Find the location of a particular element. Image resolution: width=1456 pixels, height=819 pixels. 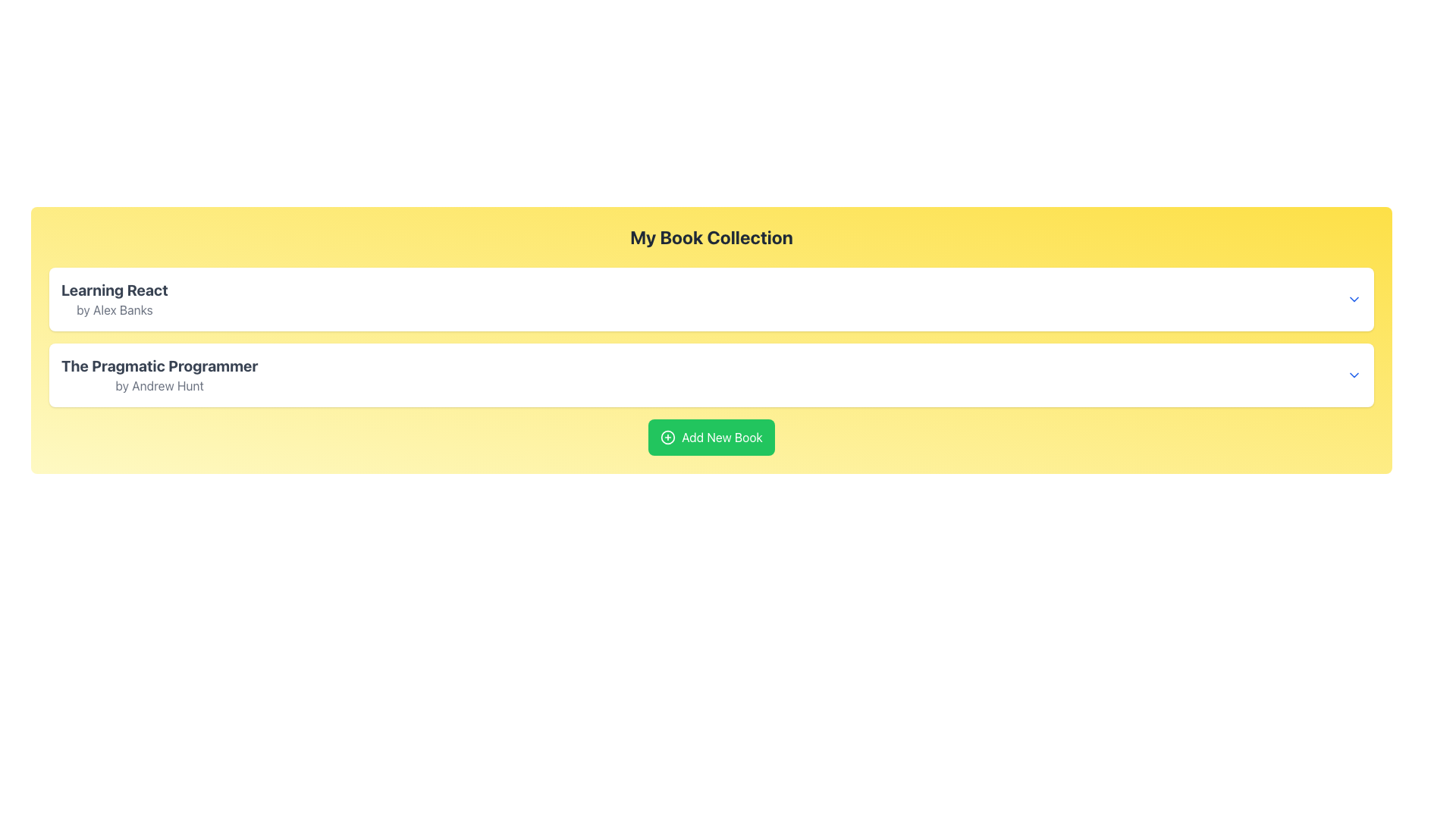

the downward-facing blue arrow icon is located at coordinates (1354, 375).